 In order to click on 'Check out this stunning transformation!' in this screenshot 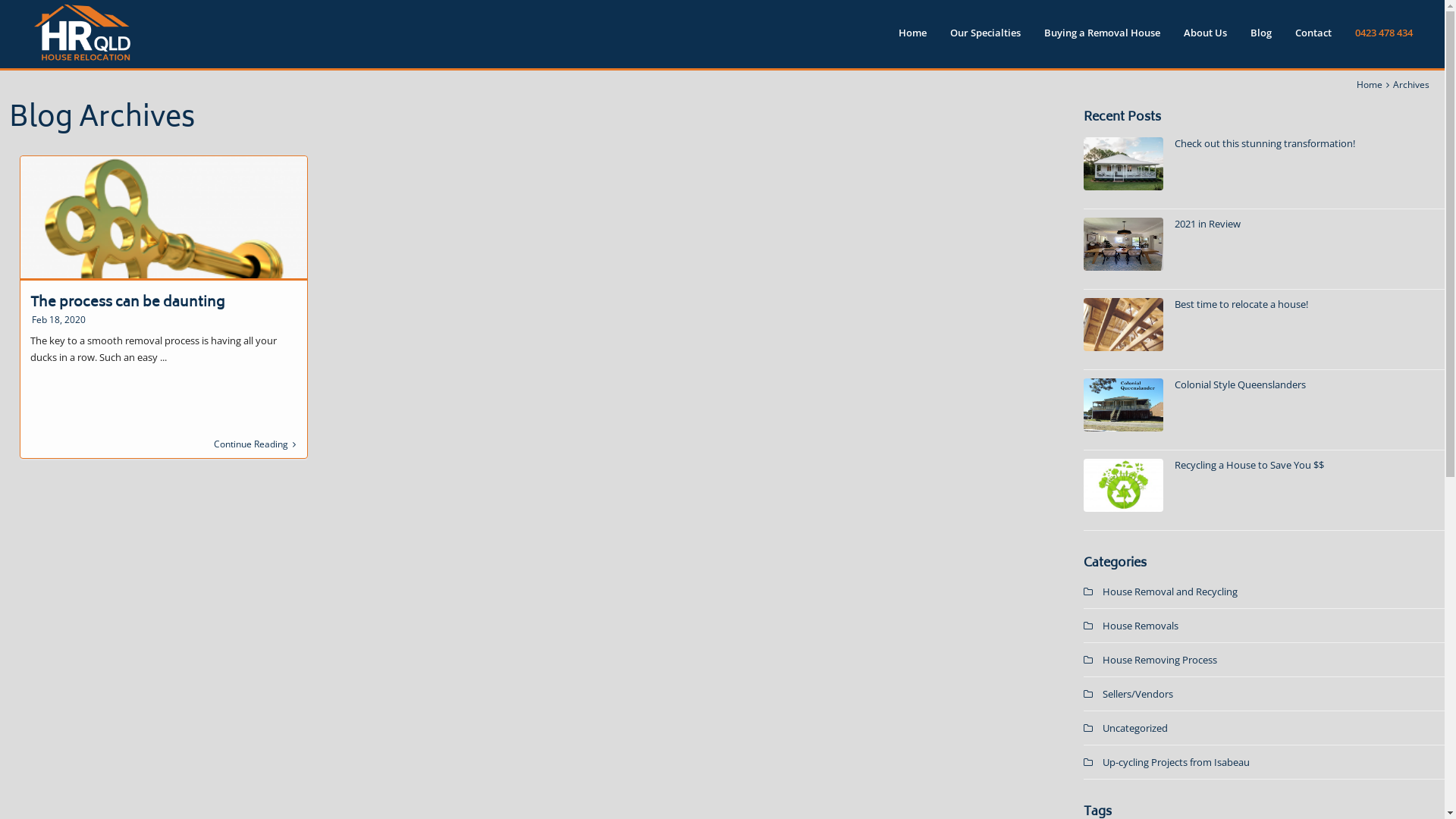, I will do `click(1174, 143)`.